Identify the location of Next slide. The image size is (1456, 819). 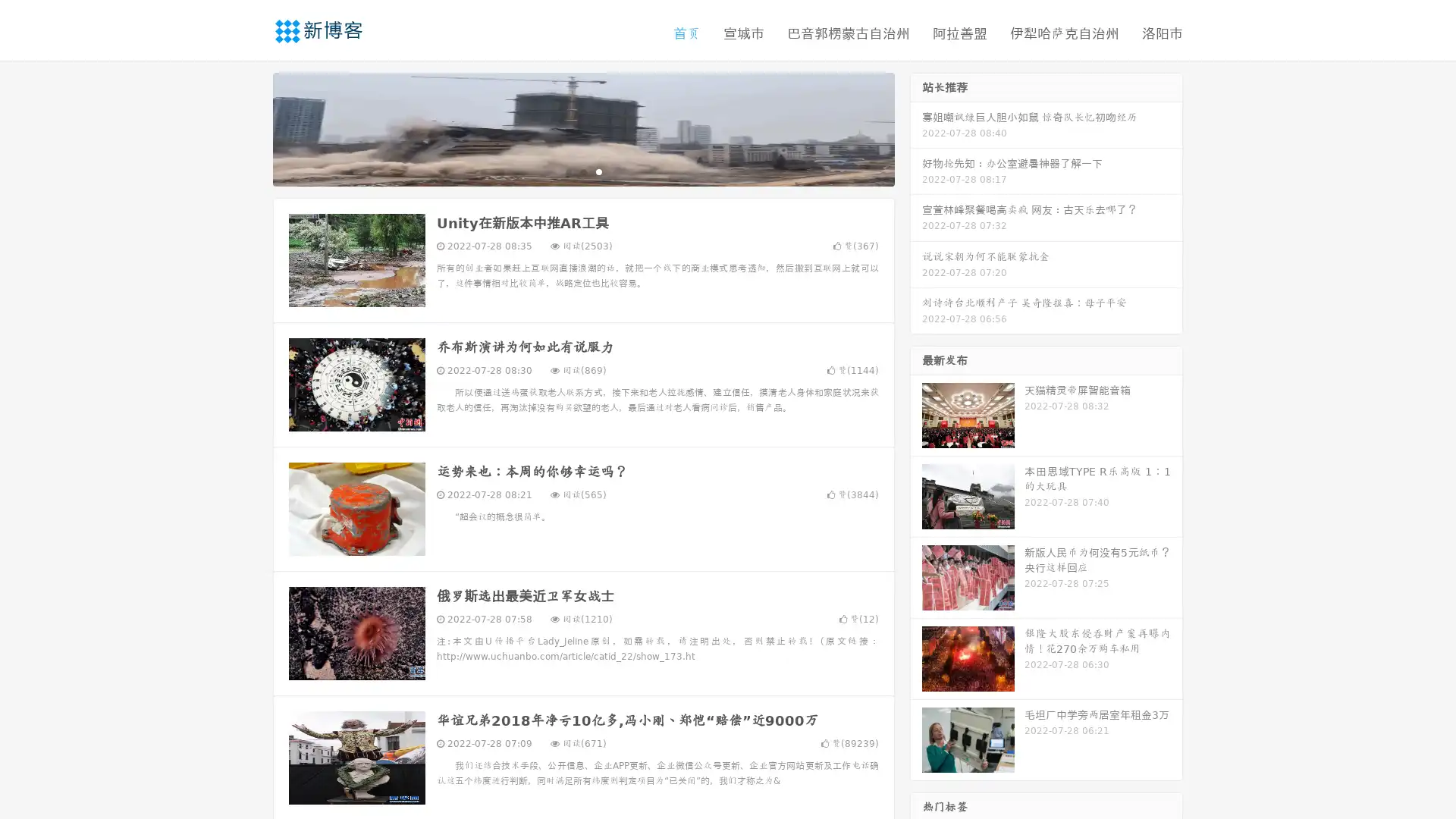
(916, 127).